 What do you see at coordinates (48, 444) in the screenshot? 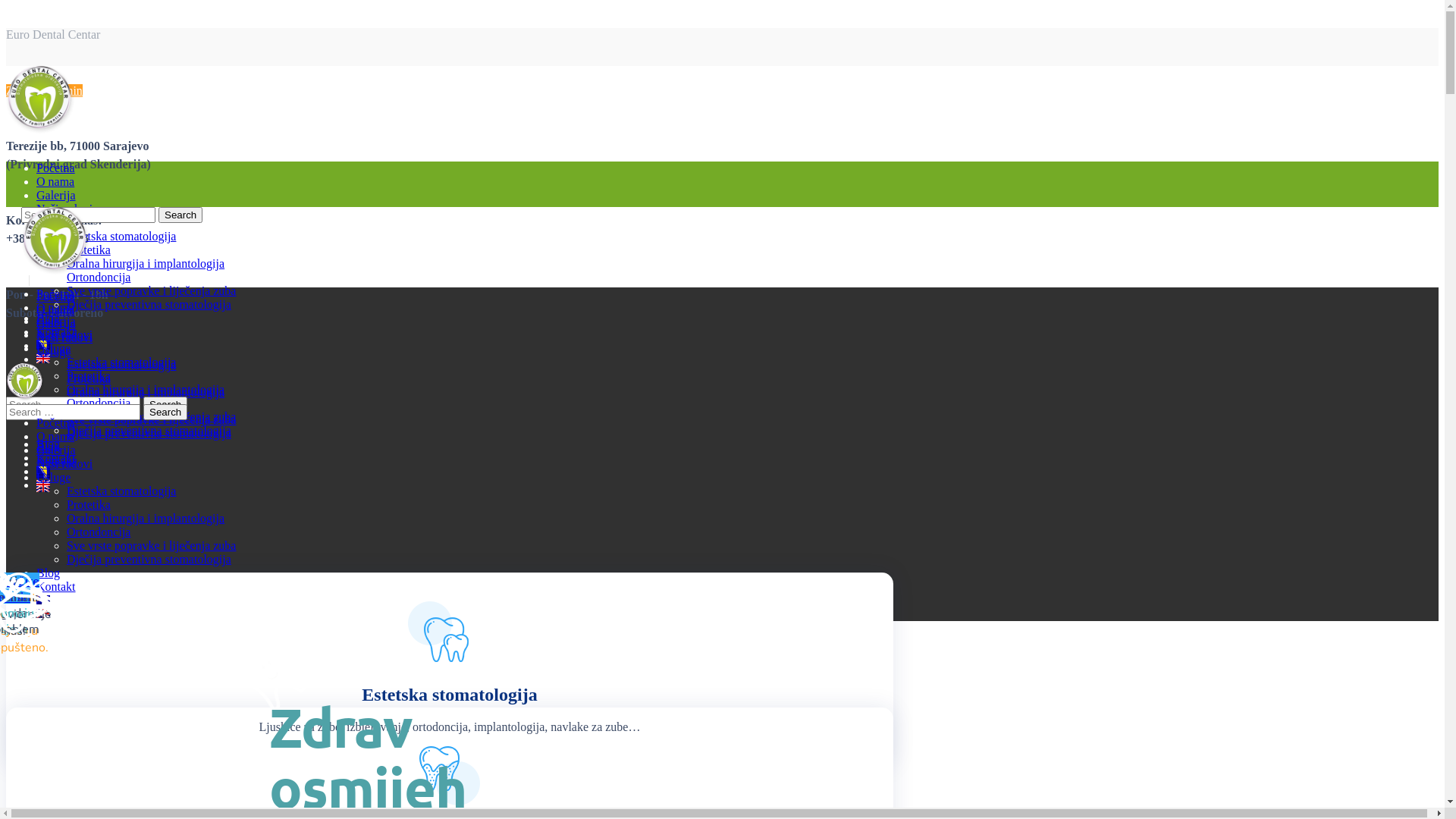
I see `'Blog'` at bounding box center [48, 444].